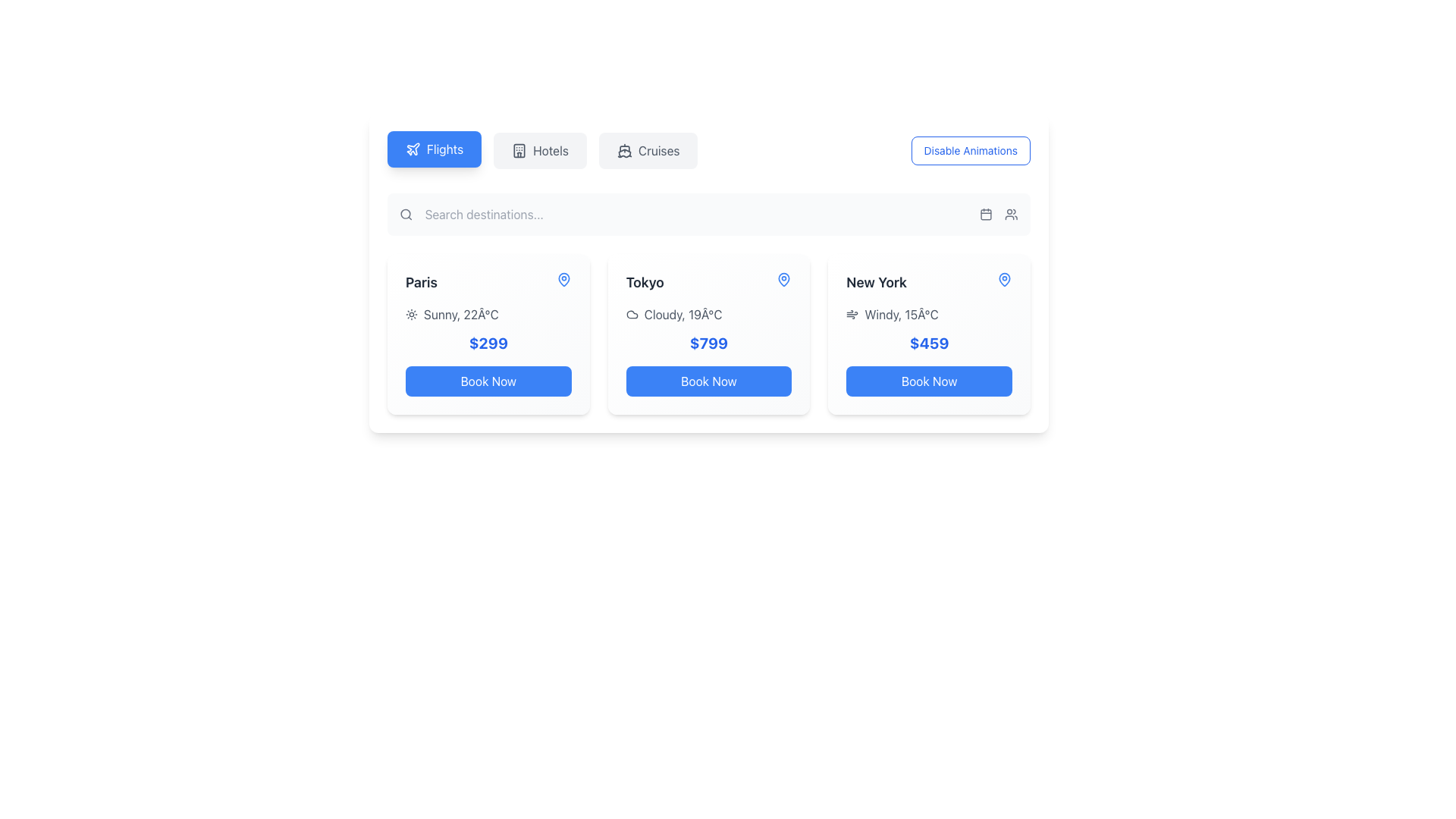 This screenshot has height=819, width=1456. What do you see at coordinates (488, 380) in the screenshot?
I see `the 'Book Now' button with a blue background and white text at the bottom of the Paris information card` at bounding box center [488, 380].